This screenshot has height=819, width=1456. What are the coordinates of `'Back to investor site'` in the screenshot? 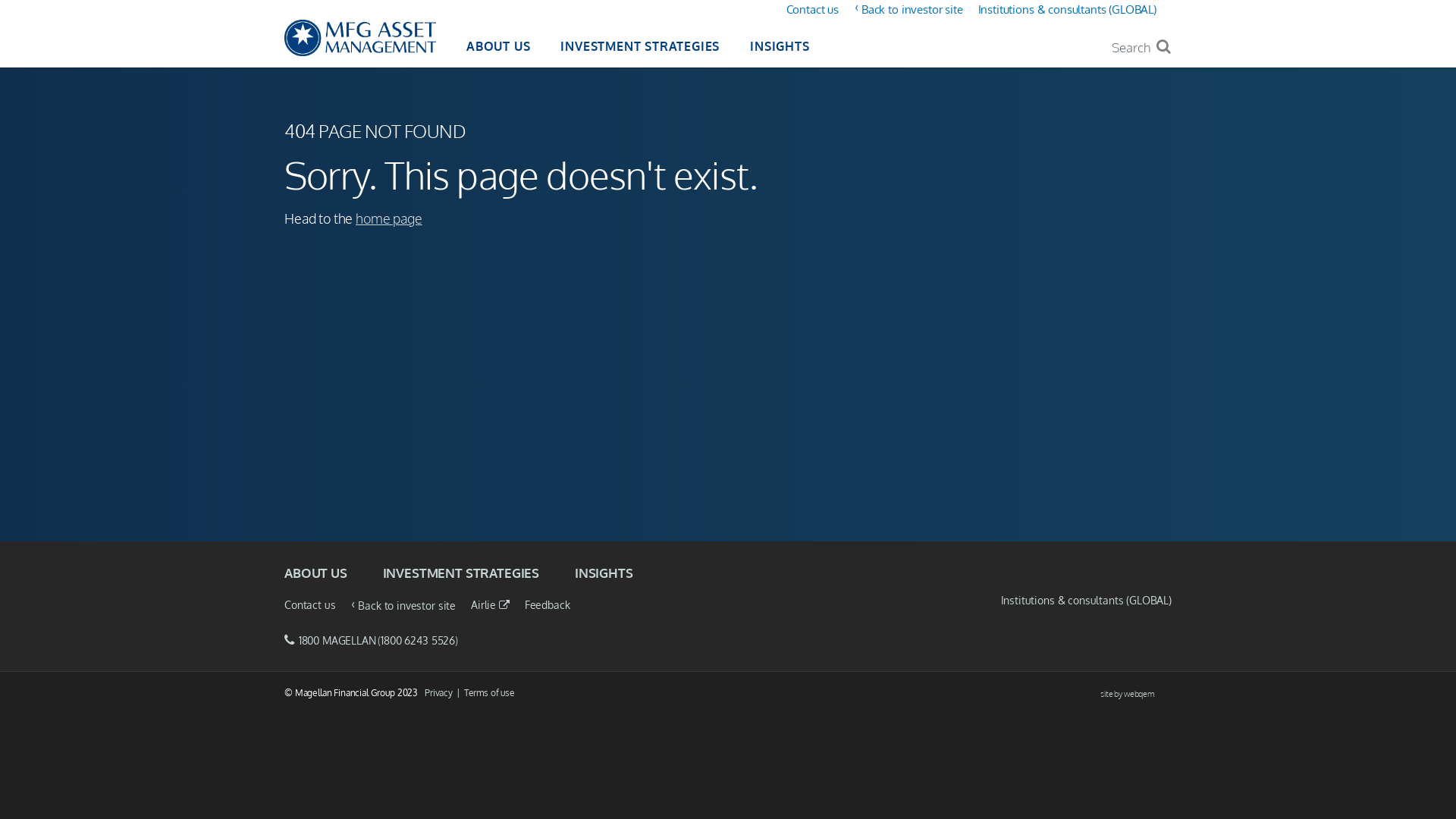 It's located at (912, 9).